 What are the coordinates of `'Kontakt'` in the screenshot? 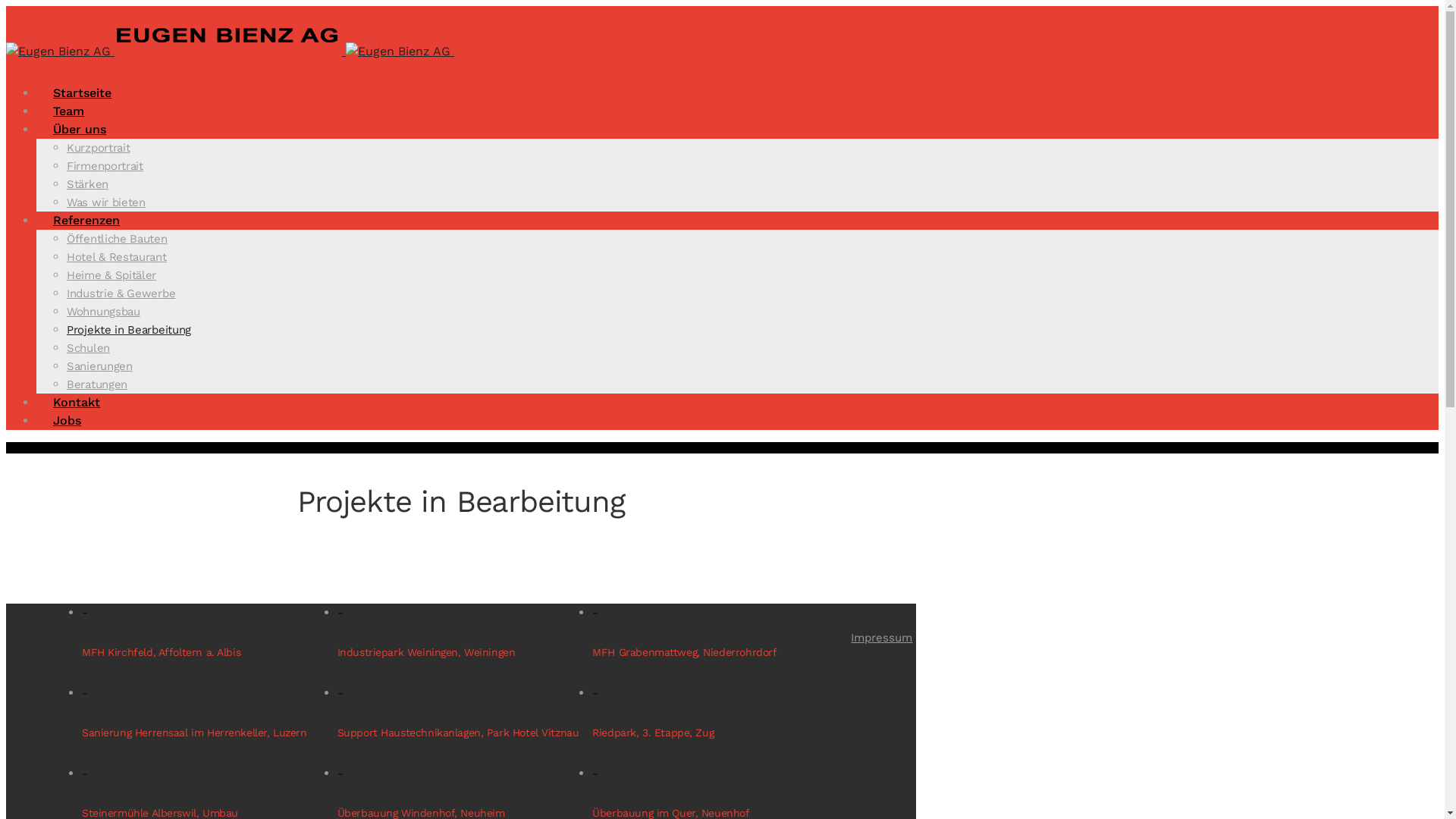 It's located at (75, 401).